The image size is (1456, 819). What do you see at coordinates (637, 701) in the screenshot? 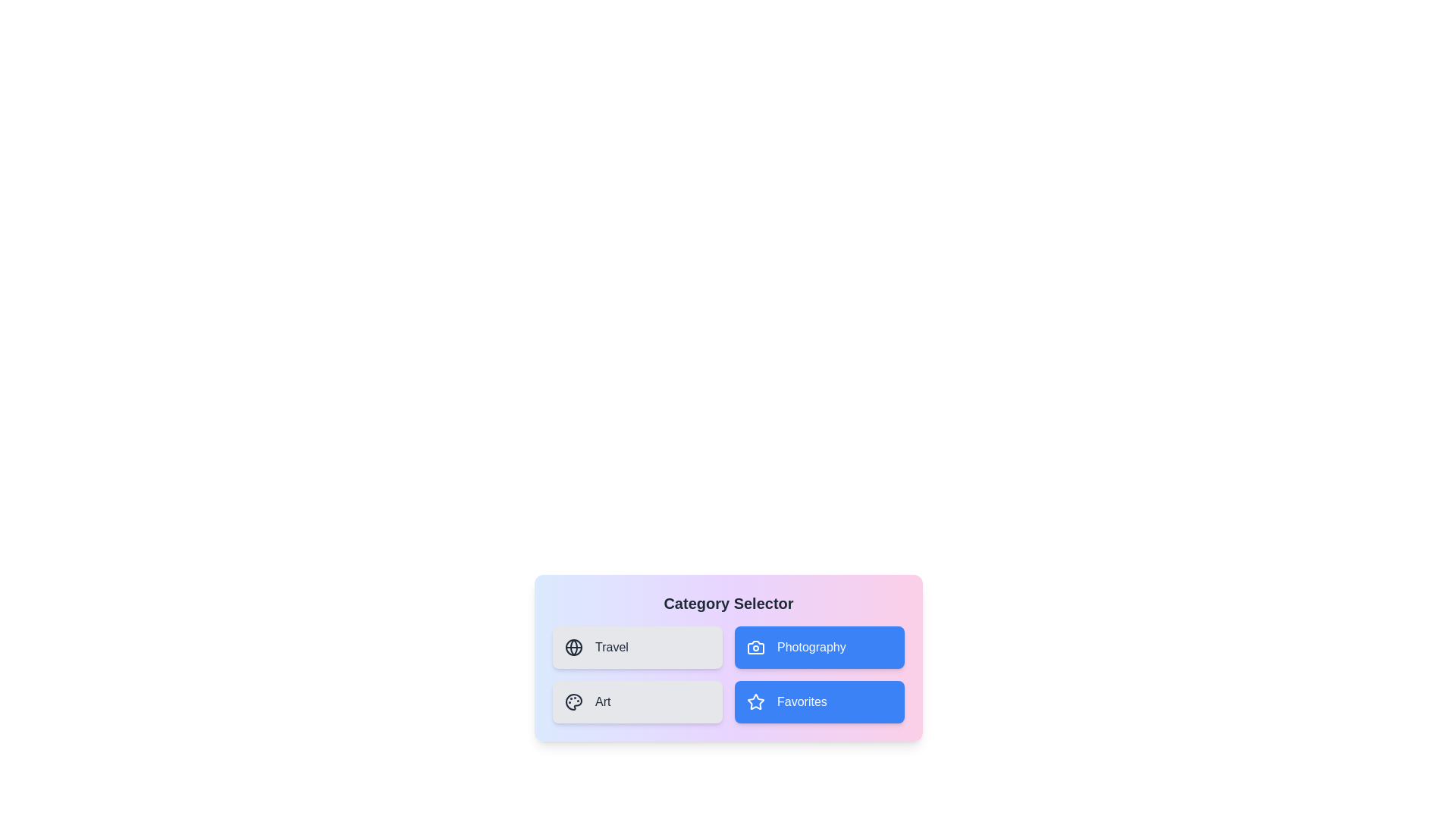
I see `the 'Art' category button to toggle its selection state` at bounding box center [637, 701].